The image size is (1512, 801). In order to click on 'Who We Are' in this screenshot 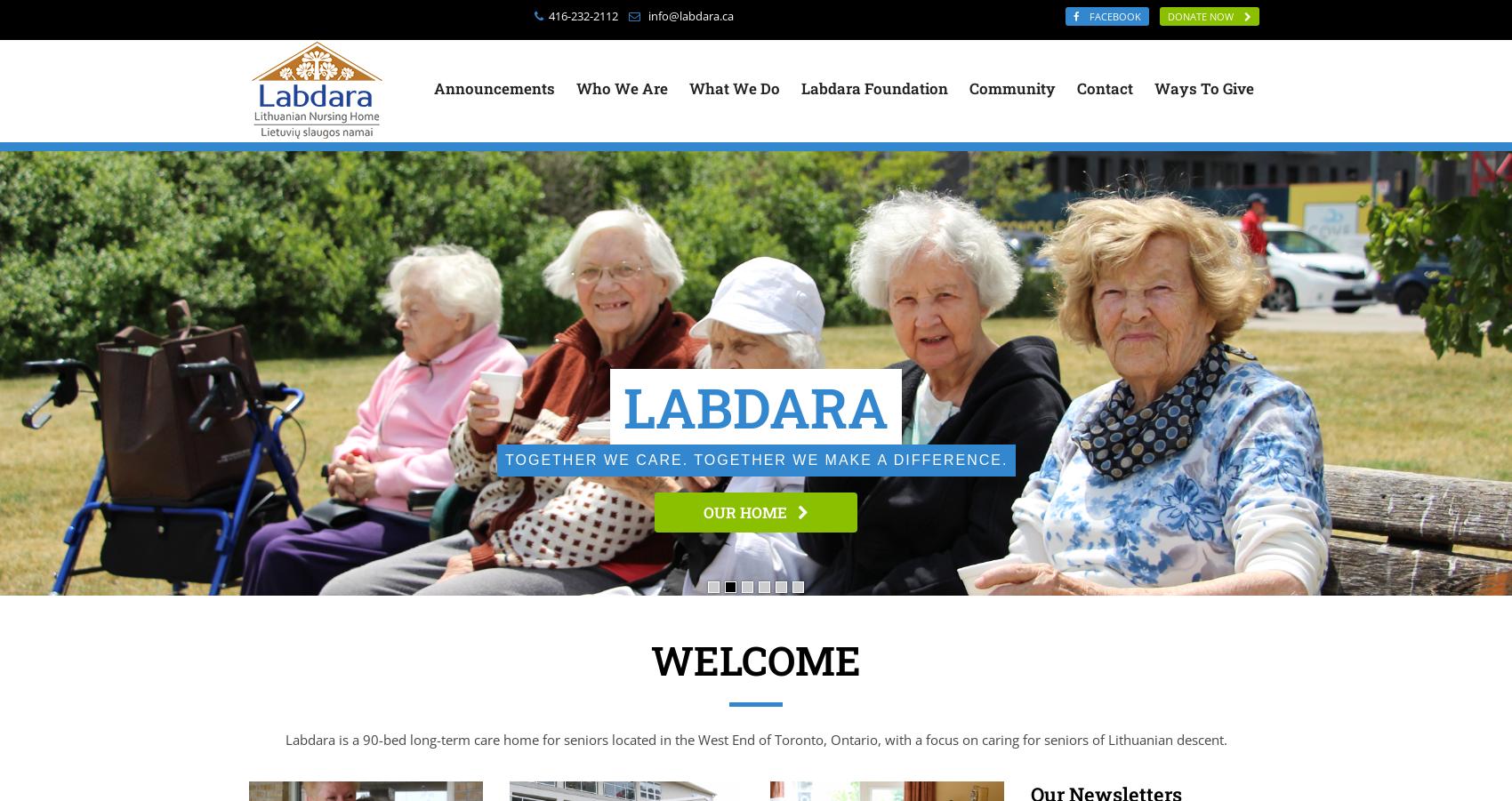, I will do `click(622, 88)`.